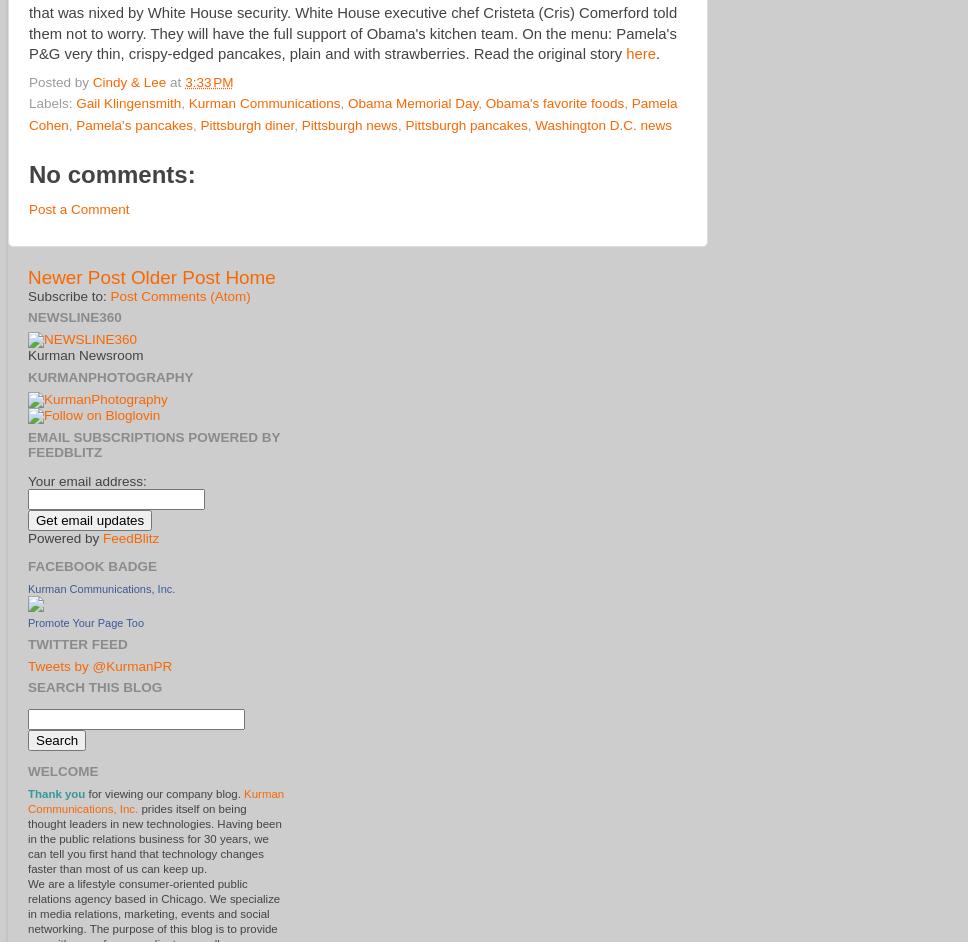  Describe the element at coordinates (55, 794) in the screenshot. I see `'Thank you'` at that location.